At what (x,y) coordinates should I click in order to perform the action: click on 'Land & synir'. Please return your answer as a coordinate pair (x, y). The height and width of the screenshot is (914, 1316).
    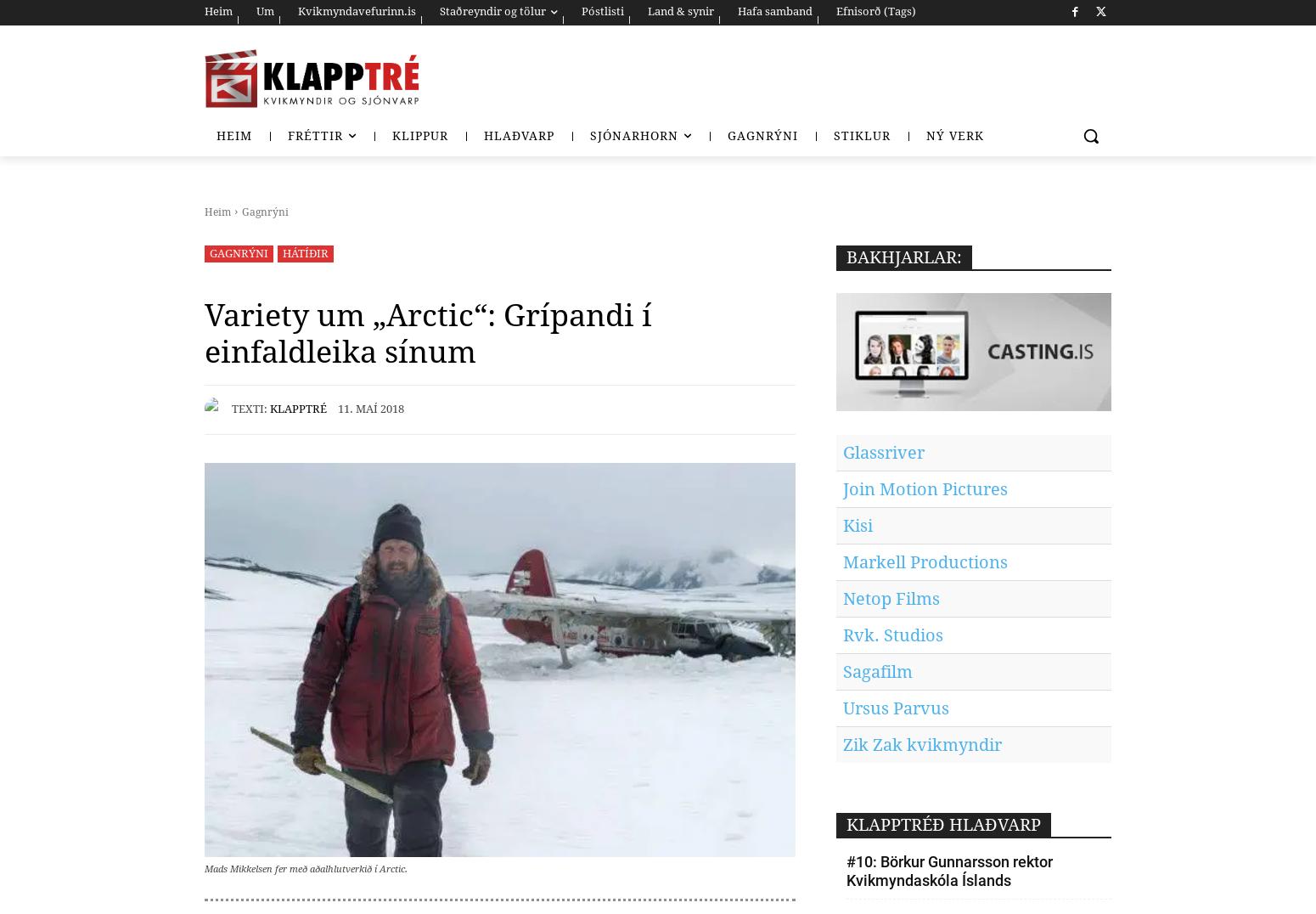
    Looking at the image, I should click on (679, 10).